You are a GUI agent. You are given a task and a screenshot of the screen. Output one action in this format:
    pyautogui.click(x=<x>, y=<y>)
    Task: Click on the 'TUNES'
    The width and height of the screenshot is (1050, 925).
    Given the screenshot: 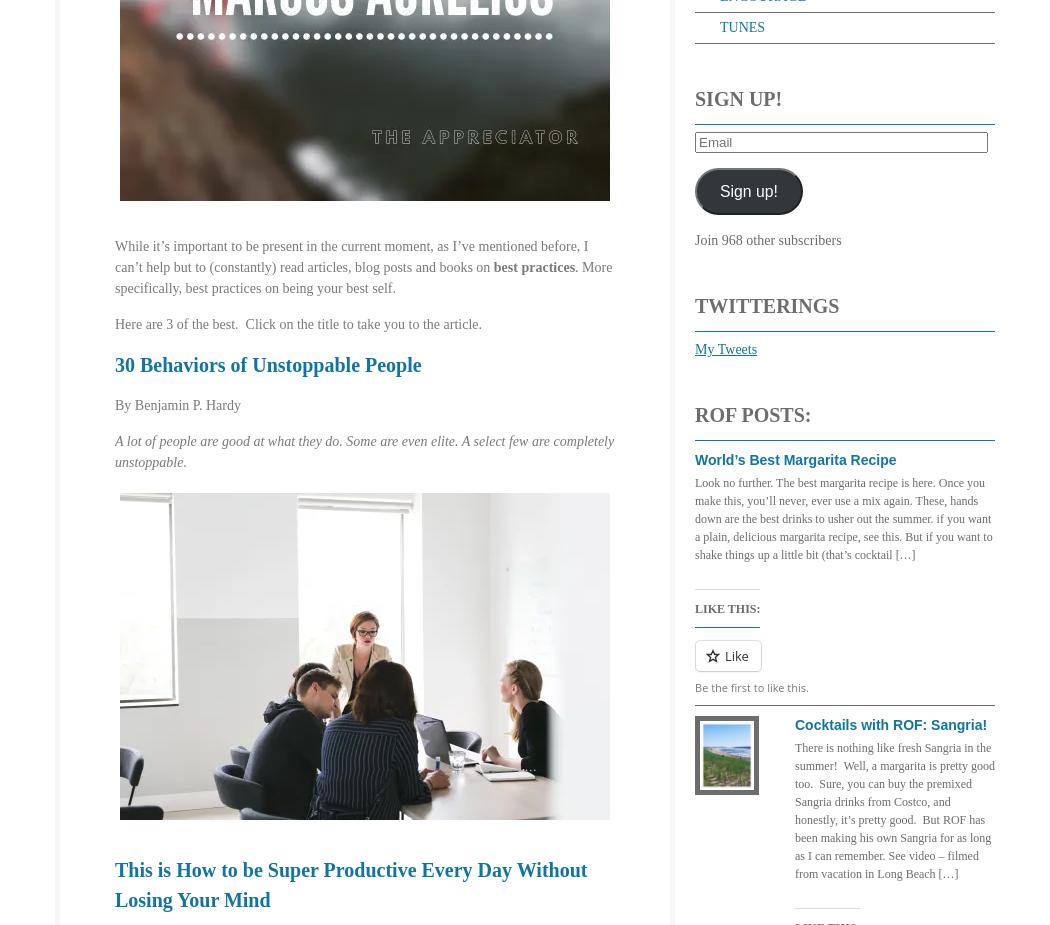 What is the action you would take?
    pyautogui.click(x=741, y=26)
    